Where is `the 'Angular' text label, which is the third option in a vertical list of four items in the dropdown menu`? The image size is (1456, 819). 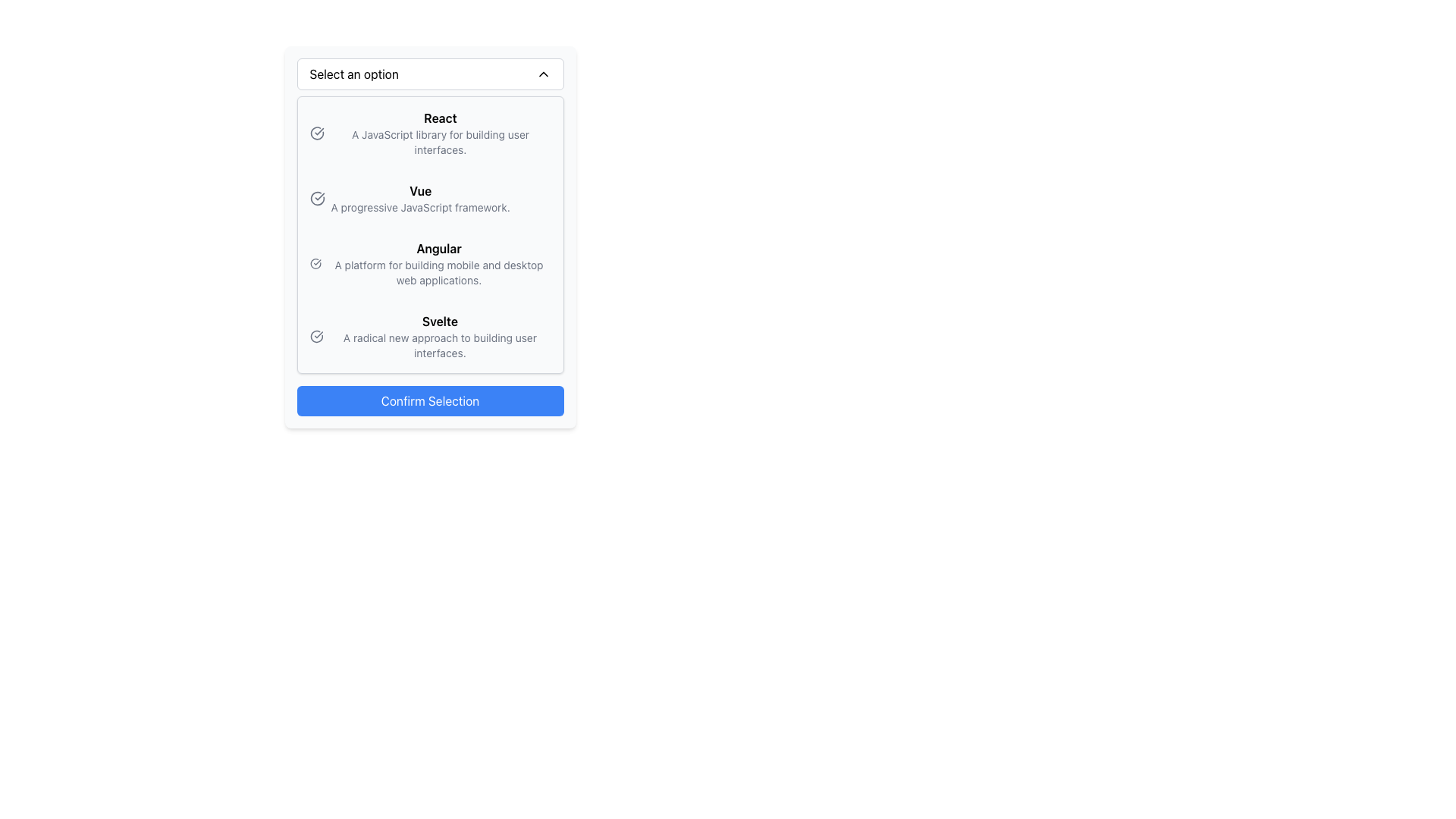
the 'Angular' text label, which is the third option in a vertical list of four items in the dropdown menu is located at coordinates (438, 262).